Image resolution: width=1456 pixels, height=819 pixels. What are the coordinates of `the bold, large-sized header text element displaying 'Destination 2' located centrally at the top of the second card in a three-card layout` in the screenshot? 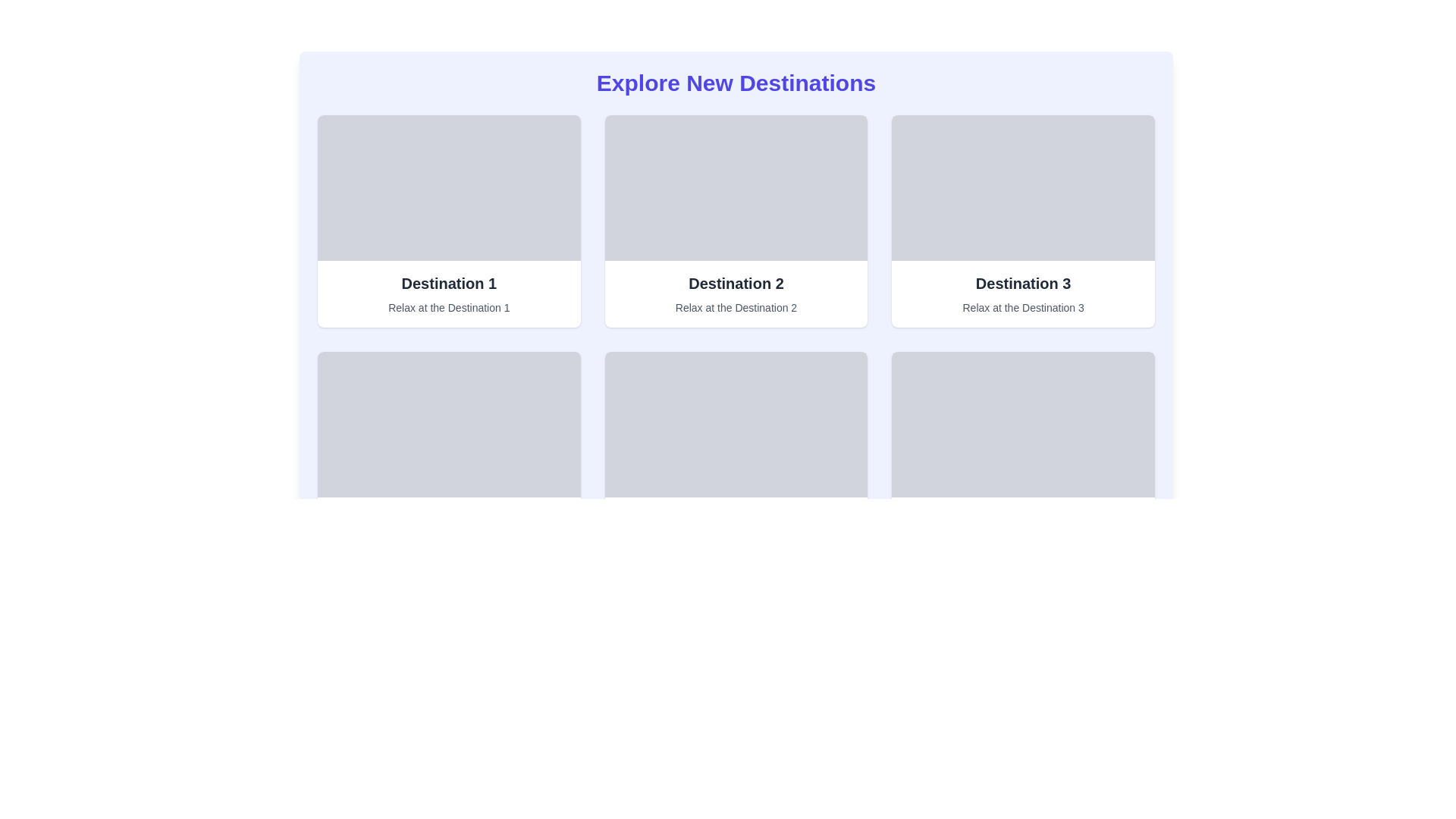 It's located at (736, 284).